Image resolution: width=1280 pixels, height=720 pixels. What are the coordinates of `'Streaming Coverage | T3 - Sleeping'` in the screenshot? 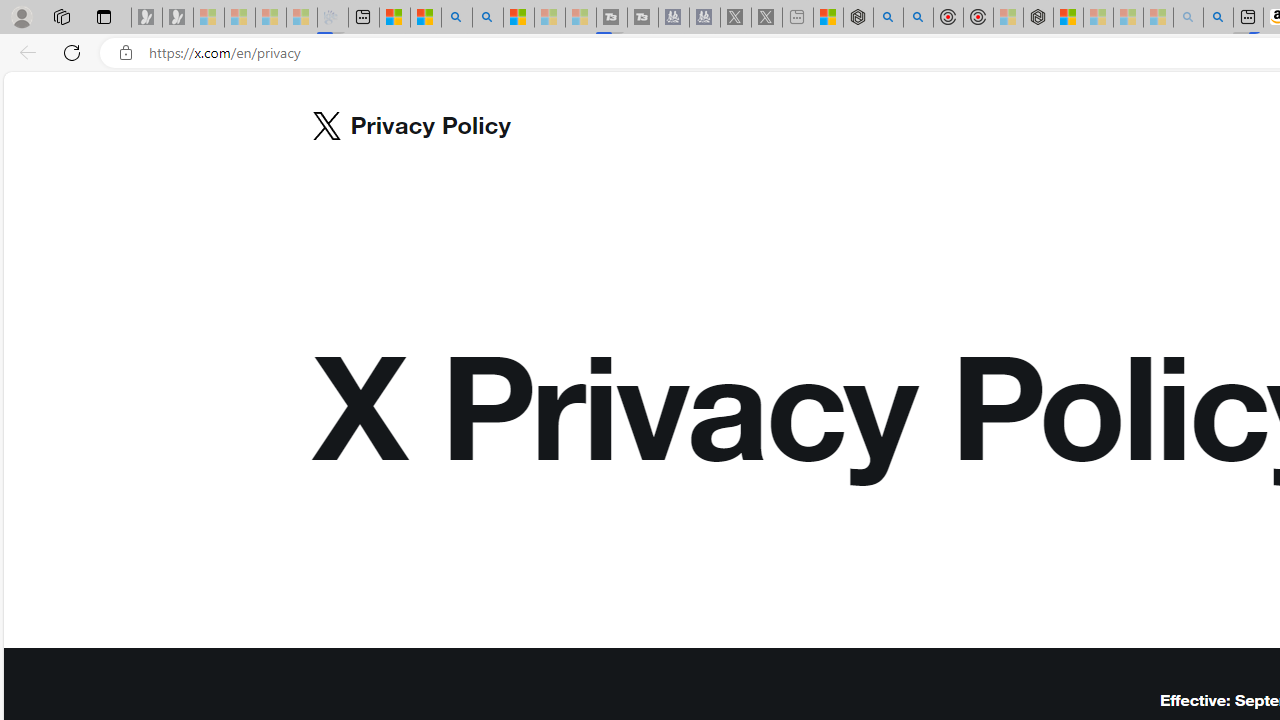 It's located at (610, 17).